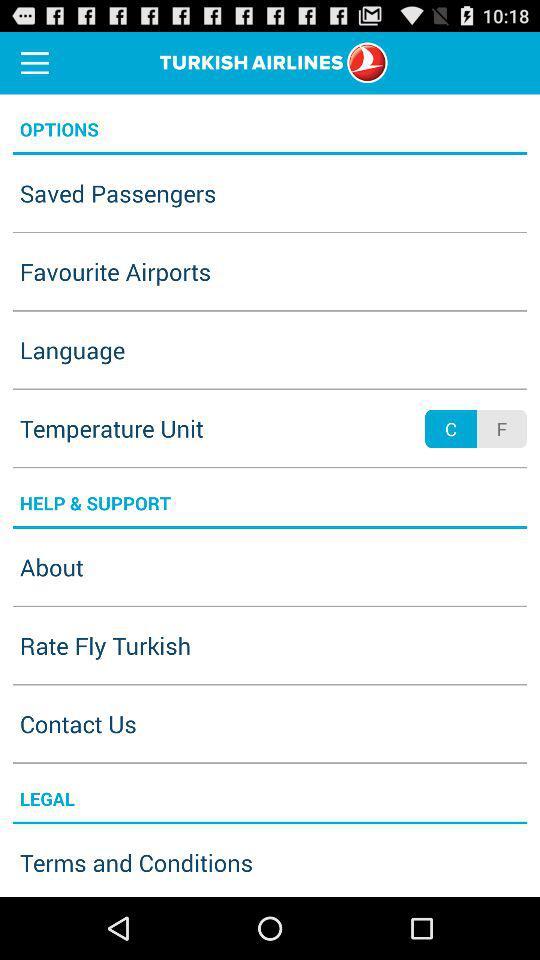  What do you see at coordinates (451, 429) in the screenshot?
I see `icon next to the f` at bounding box center [451, 429].